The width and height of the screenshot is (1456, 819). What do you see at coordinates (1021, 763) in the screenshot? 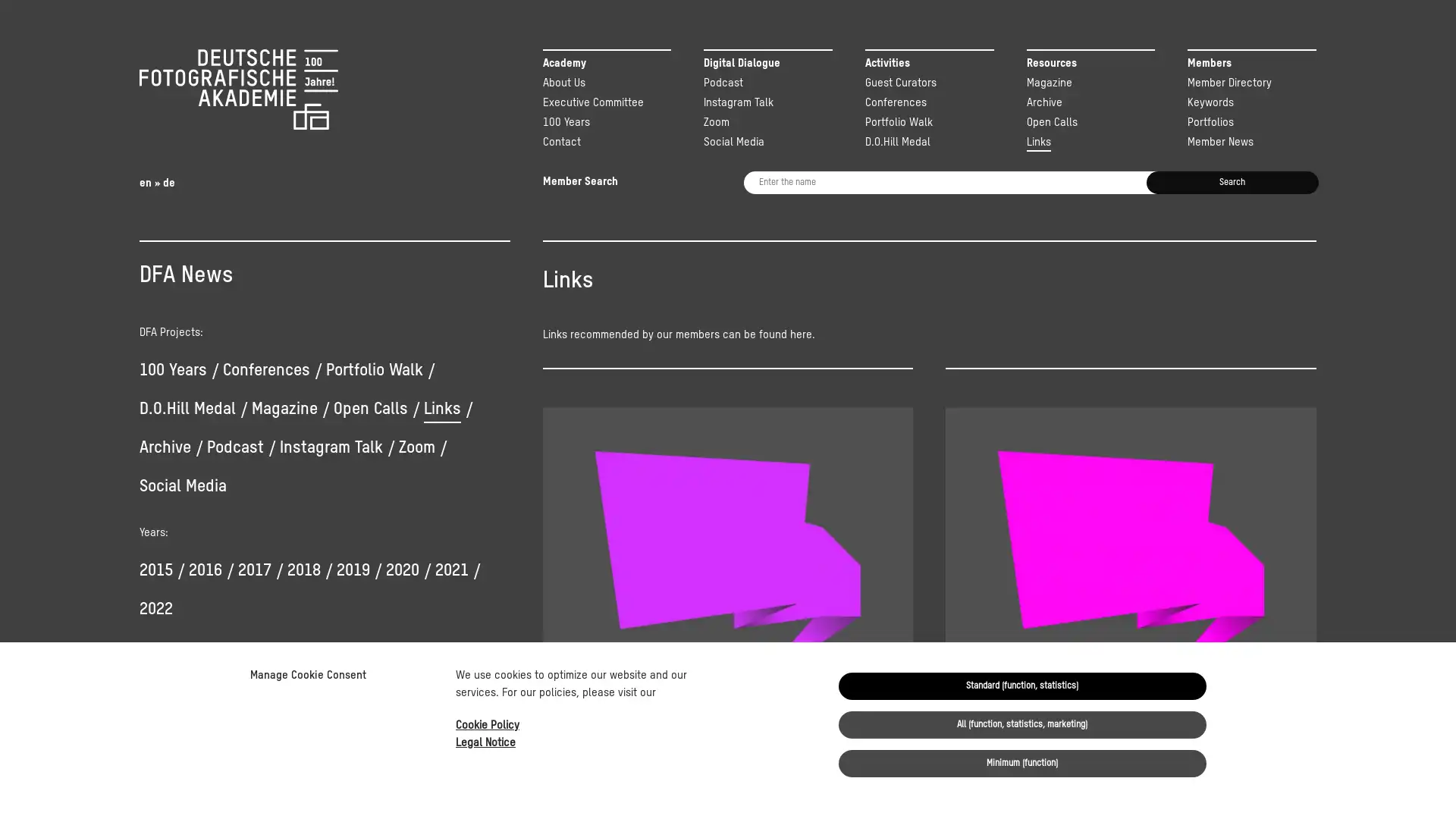
I see `Minimum (function)` at bounding box center [1021, 763].